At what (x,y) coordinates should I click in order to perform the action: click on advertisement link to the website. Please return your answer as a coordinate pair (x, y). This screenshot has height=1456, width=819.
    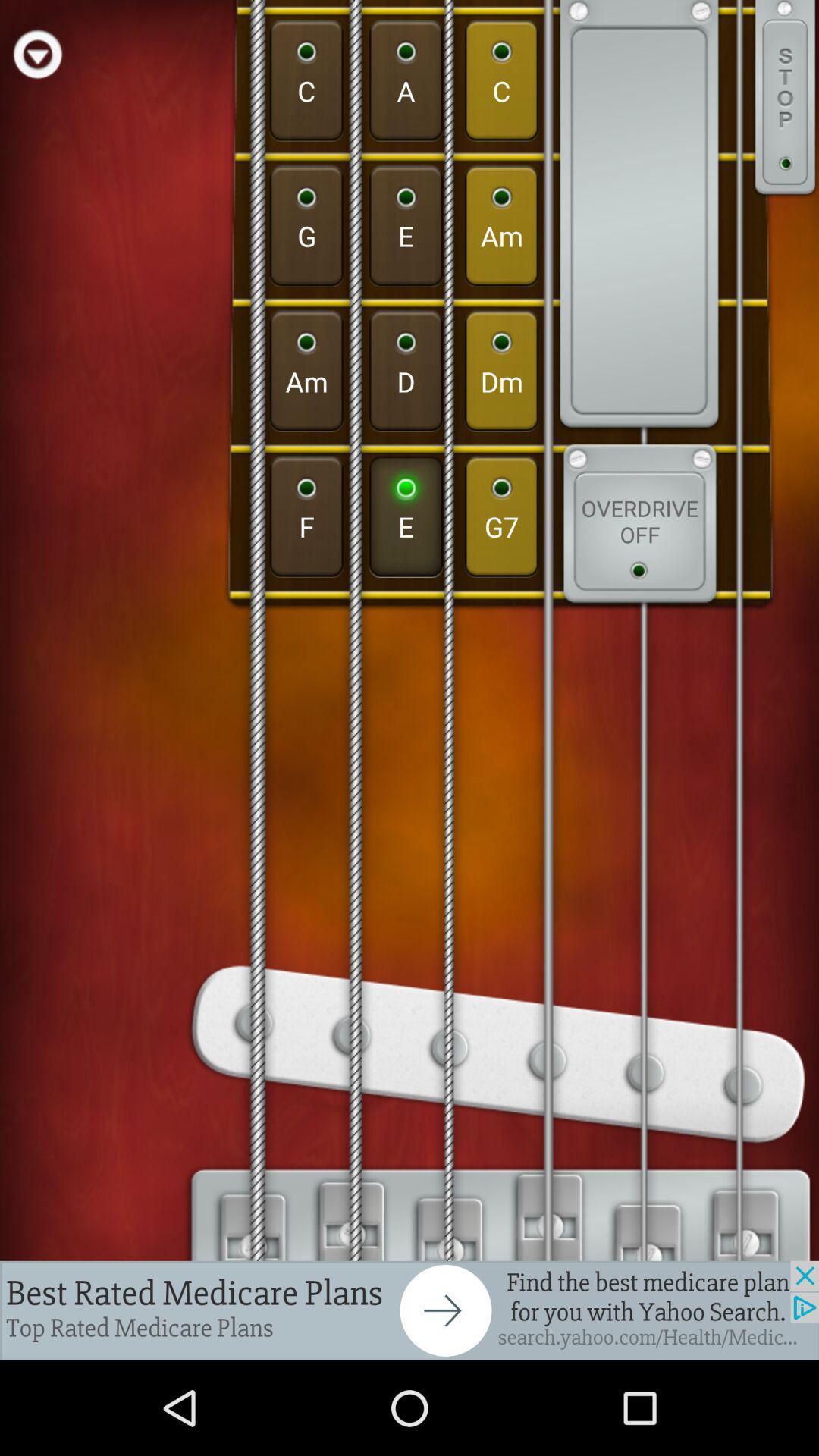
    Looking at the image, I should click on (409, 1310).